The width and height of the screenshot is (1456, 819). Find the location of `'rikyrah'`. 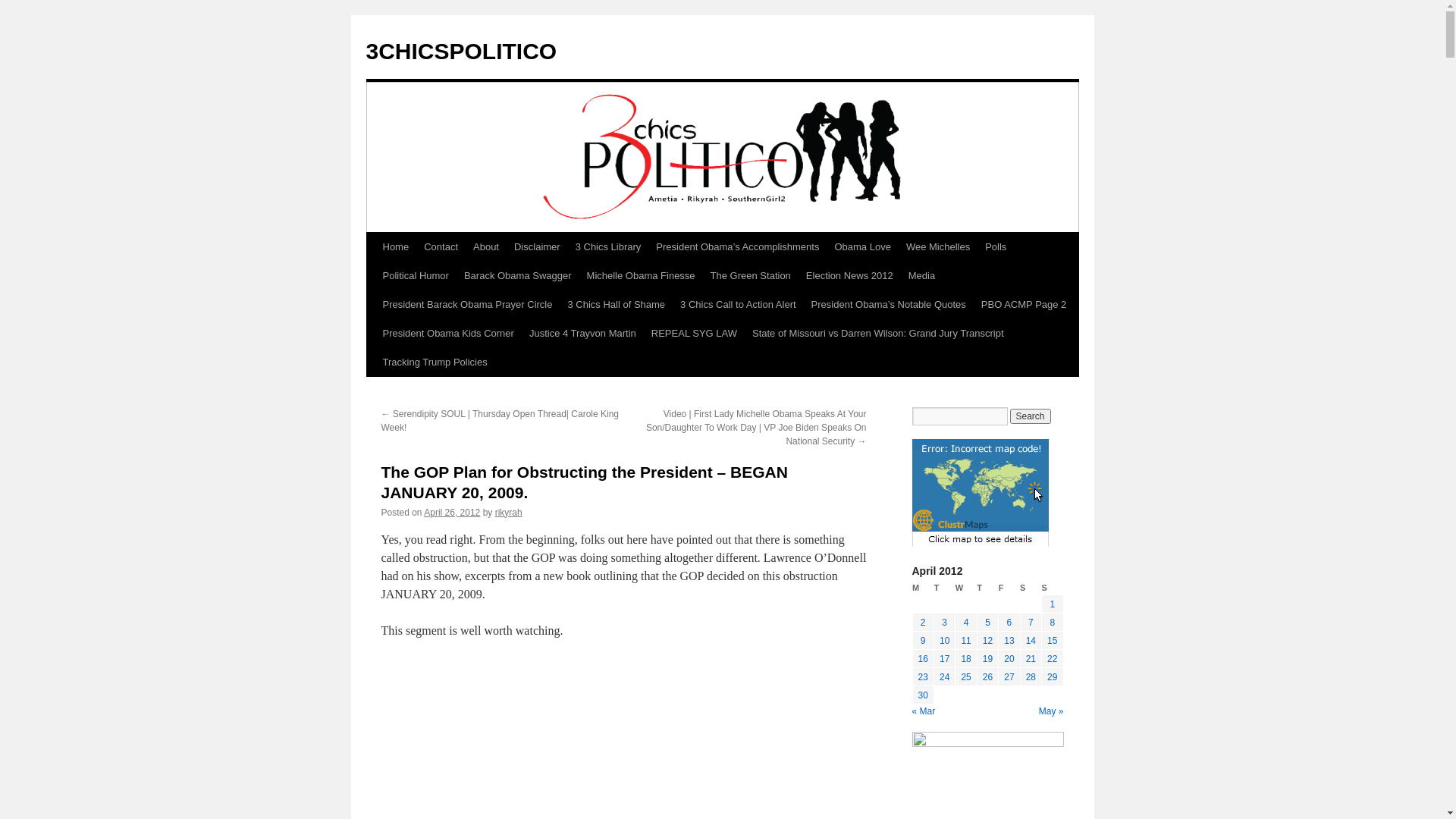

'rikyrah' is located at coordinates (509, 512).